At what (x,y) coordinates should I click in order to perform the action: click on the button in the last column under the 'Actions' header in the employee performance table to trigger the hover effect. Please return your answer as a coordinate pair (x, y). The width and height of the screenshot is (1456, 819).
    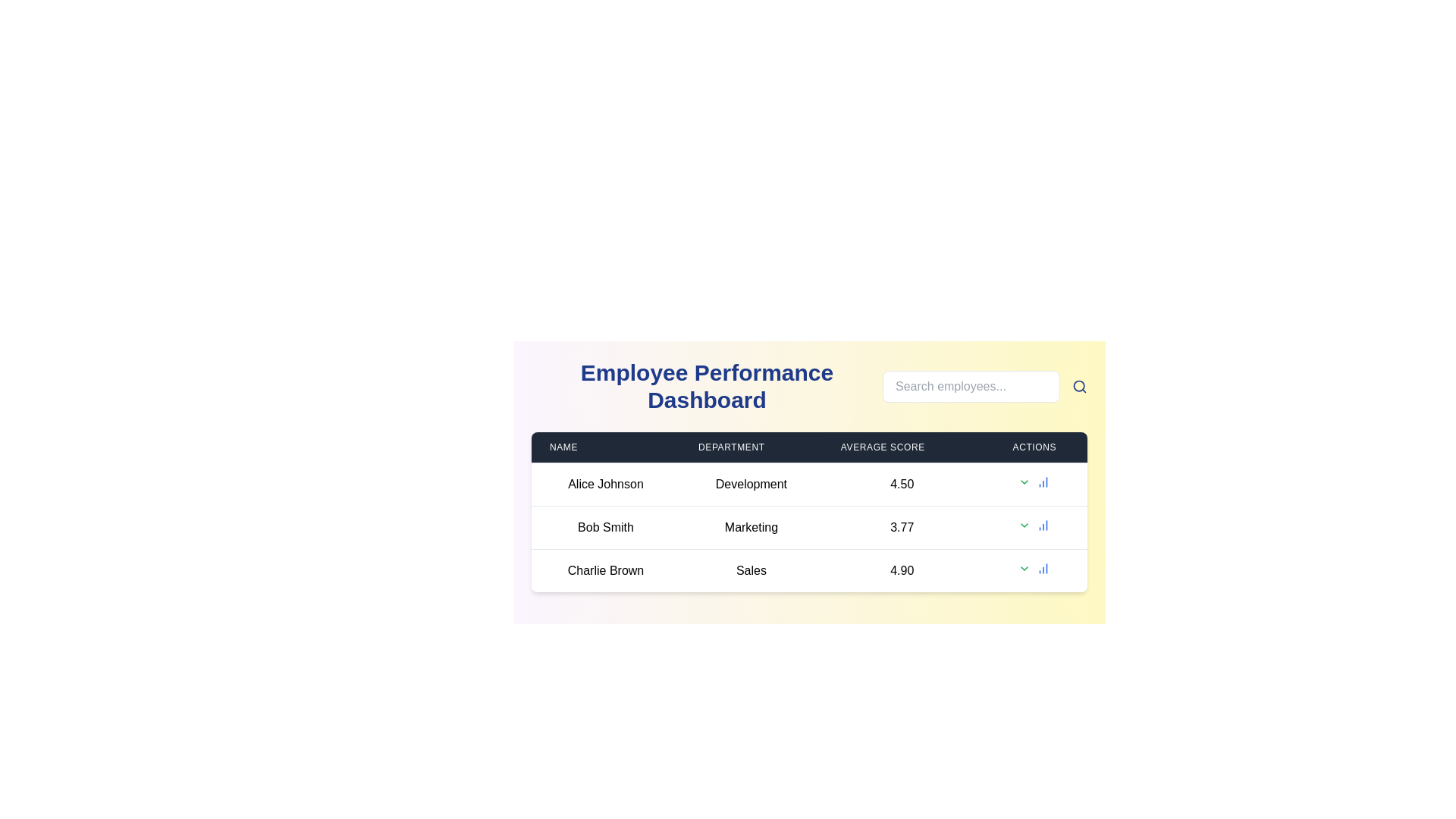
    Looking at the image, I should click on (1043, 568).